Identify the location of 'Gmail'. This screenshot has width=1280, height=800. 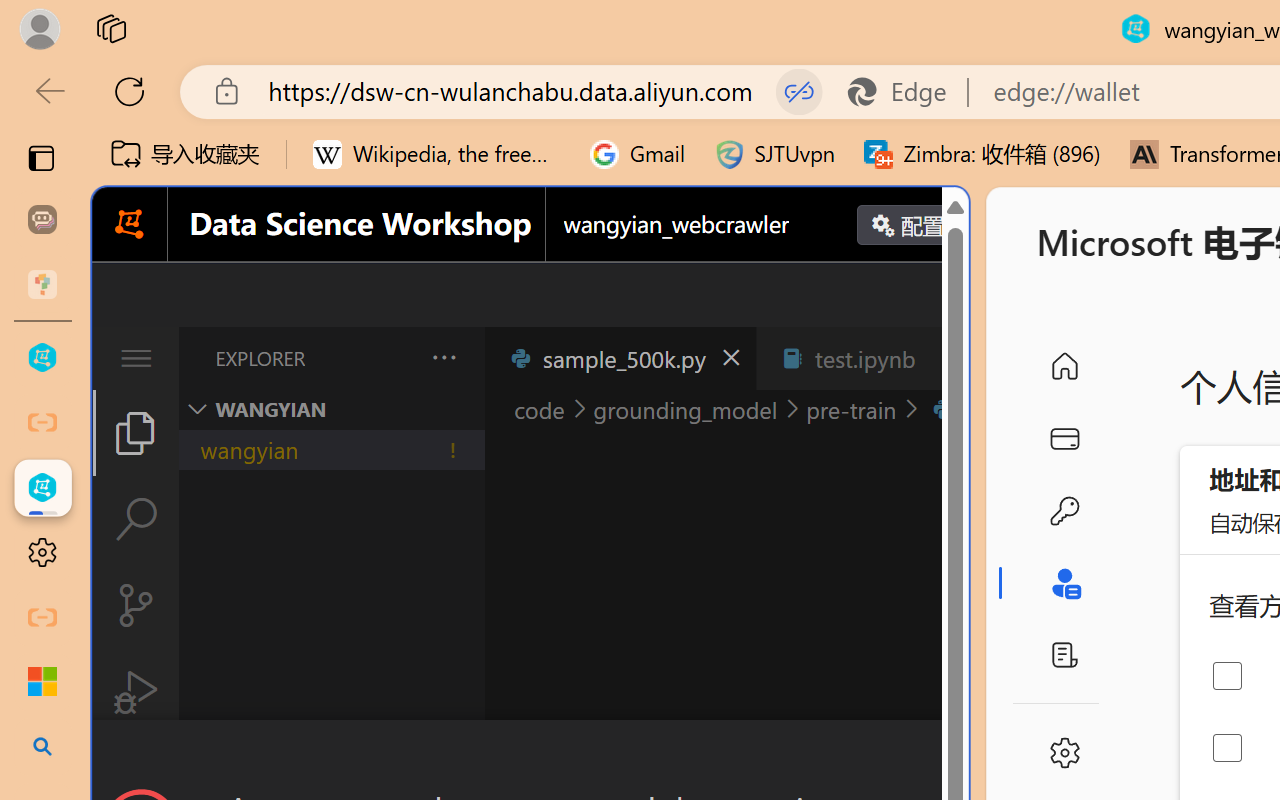
(637, 154).